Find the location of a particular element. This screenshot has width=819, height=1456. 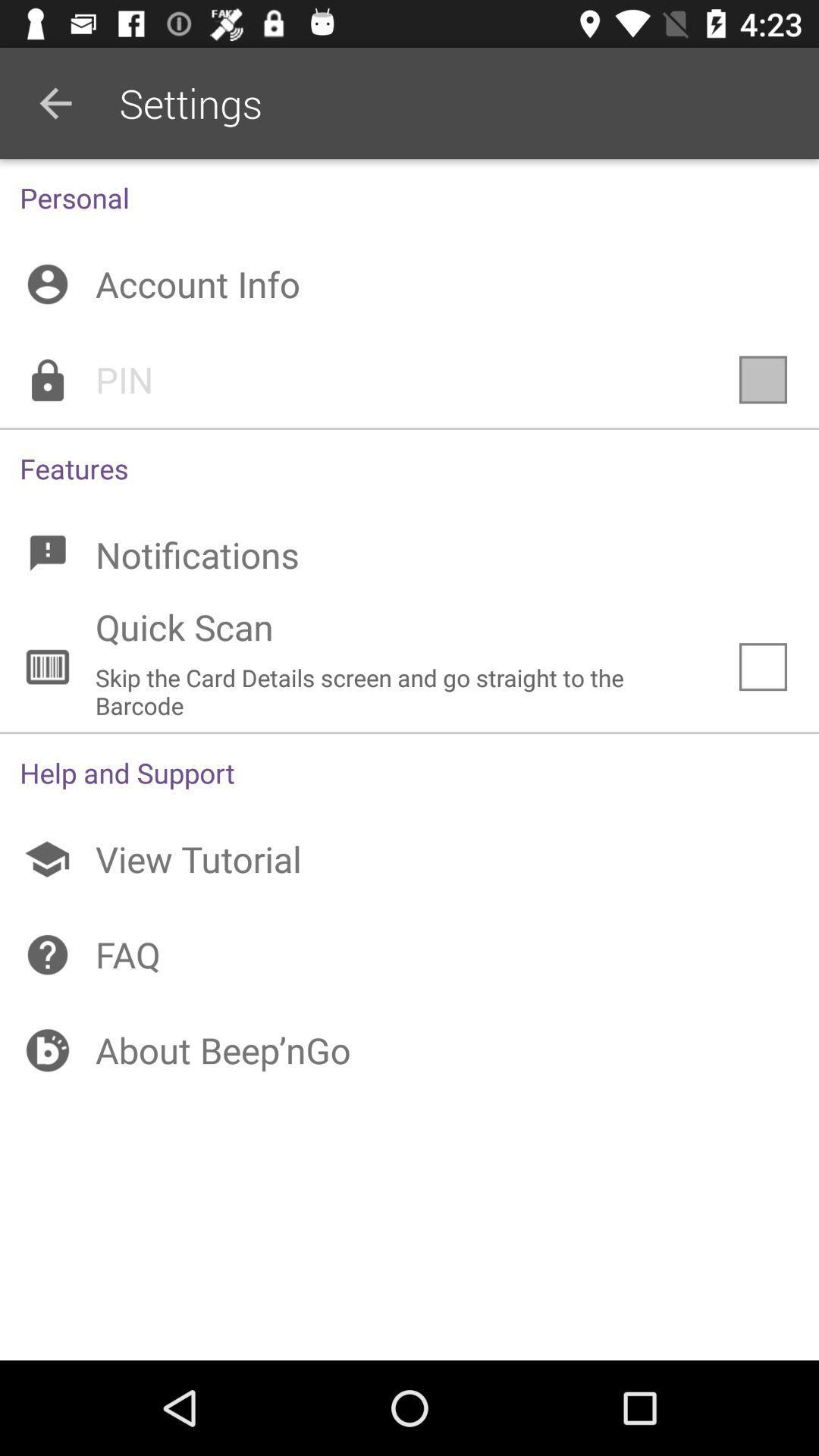

account info item is located at coordinates (409, 284).